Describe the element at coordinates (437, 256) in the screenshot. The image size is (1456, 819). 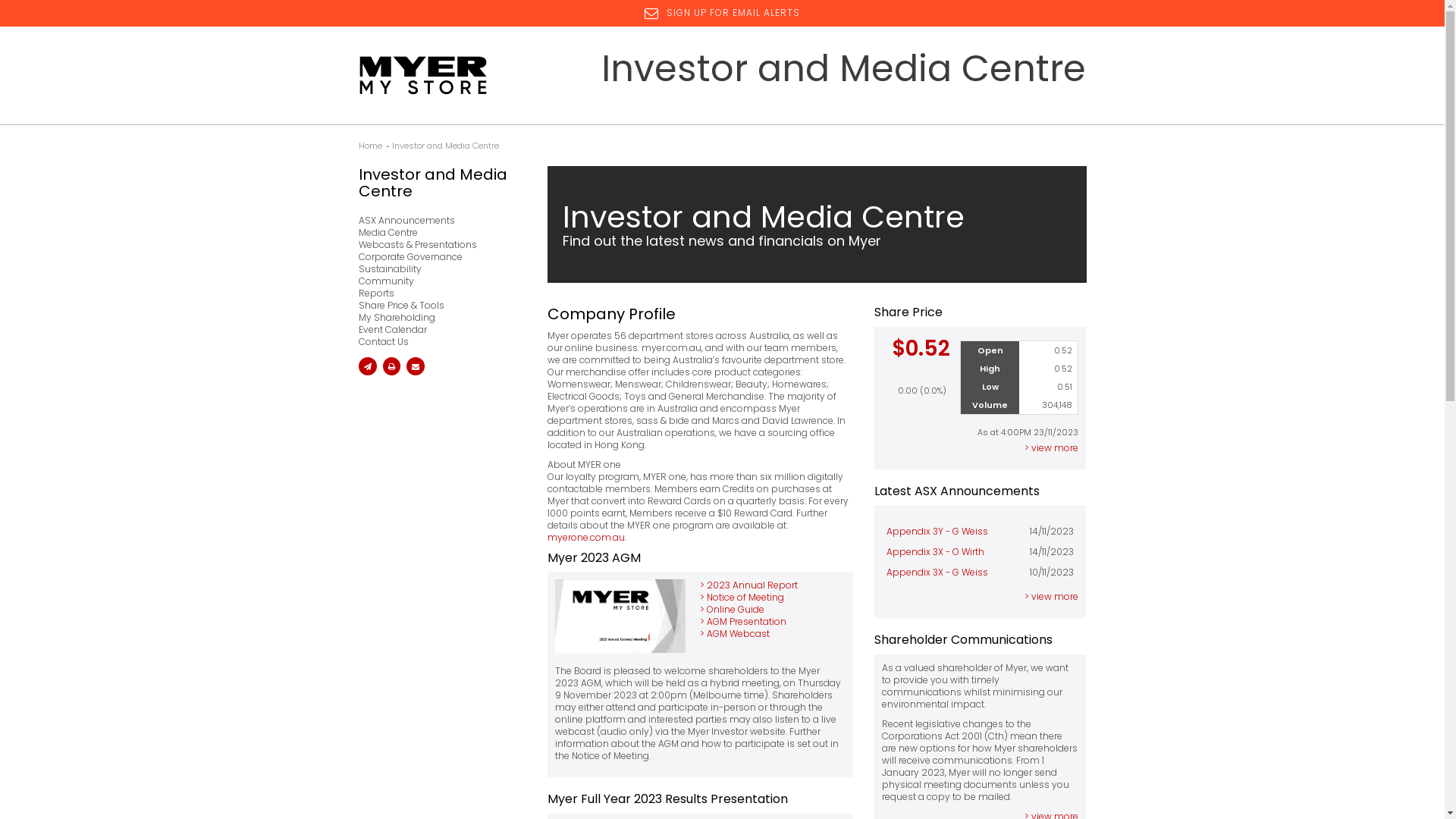
I see `'Corporate Governance'` at that location.